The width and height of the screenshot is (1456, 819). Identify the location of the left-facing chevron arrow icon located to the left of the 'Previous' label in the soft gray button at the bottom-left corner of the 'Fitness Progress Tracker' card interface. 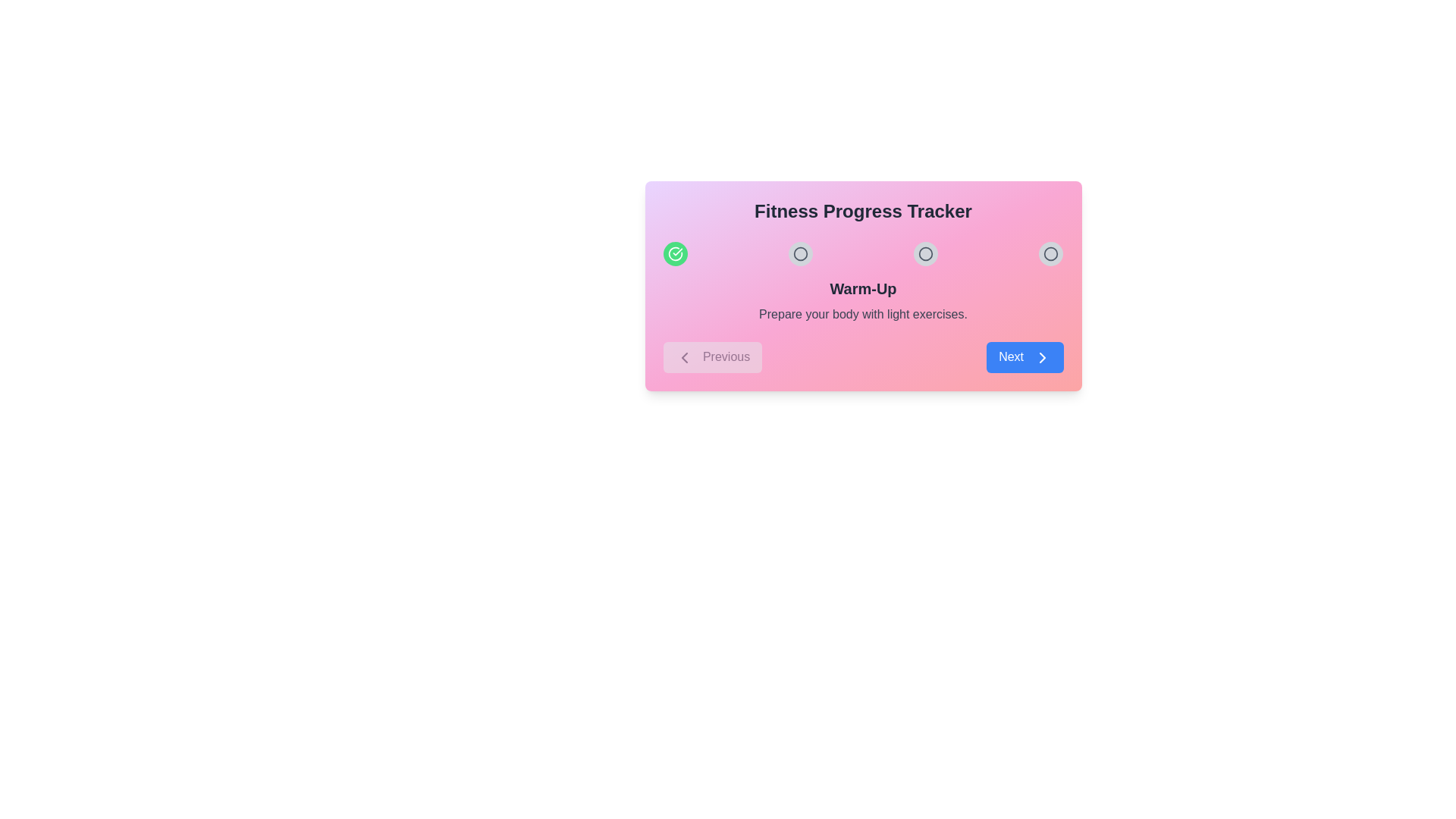
(683, 357).